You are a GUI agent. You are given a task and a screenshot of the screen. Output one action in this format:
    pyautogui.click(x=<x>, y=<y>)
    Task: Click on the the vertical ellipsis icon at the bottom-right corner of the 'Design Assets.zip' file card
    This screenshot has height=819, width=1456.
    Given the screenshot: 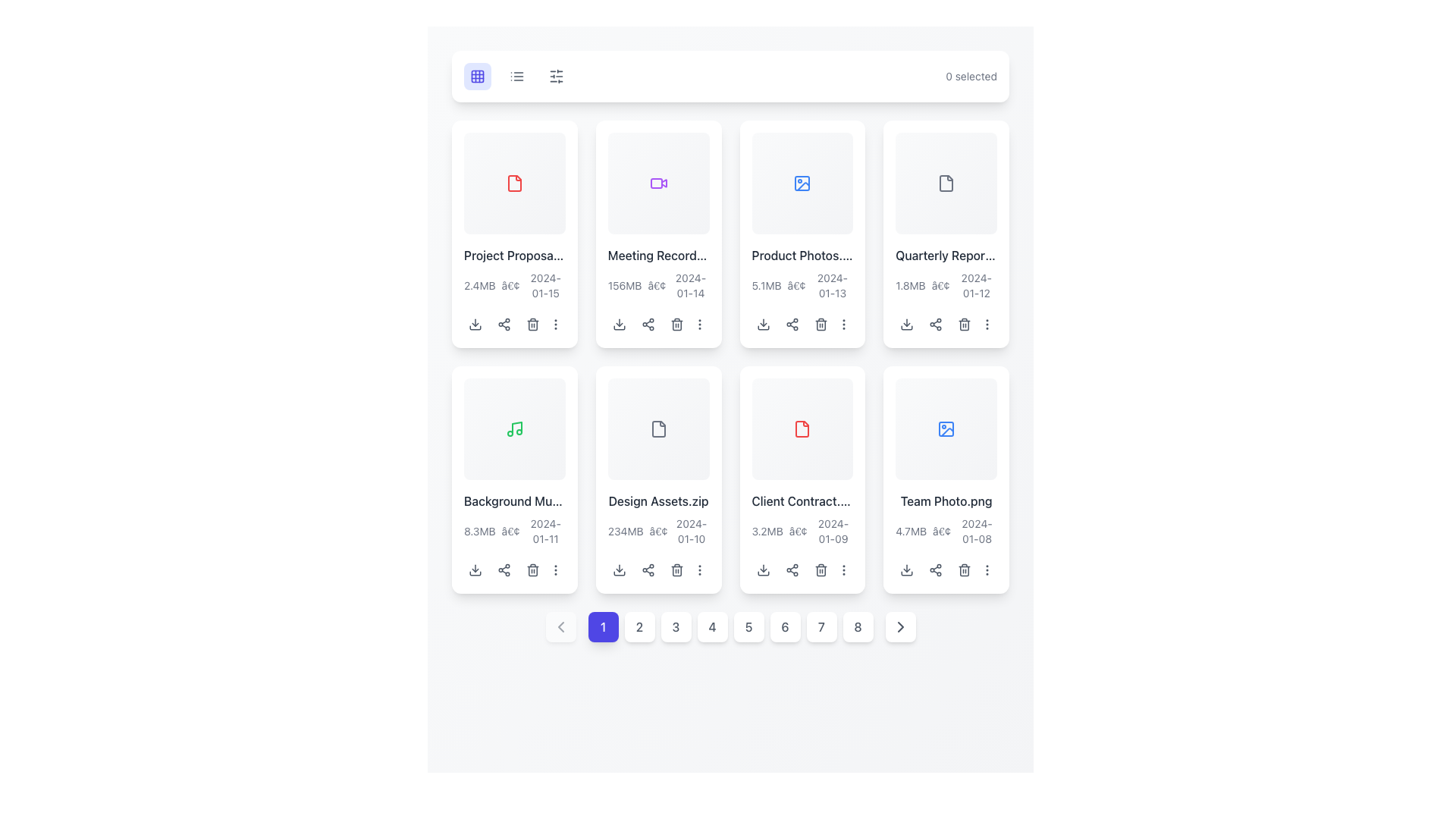 What is the action you would take?
    pyautogui.click(x=698, y=570)
    